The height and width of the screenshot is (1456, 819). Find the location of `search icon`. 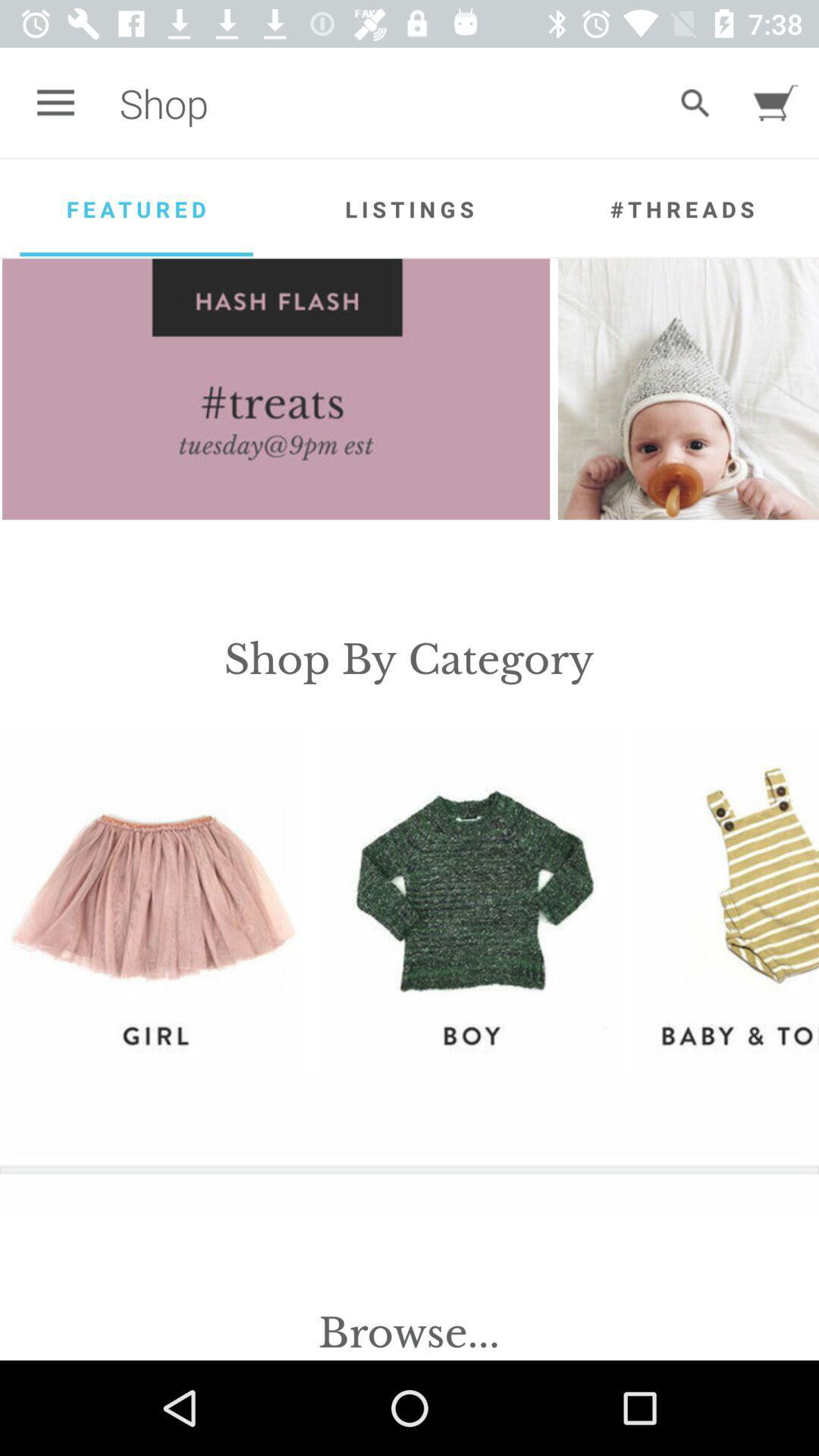

search icon is located at coordinates (695, 102).